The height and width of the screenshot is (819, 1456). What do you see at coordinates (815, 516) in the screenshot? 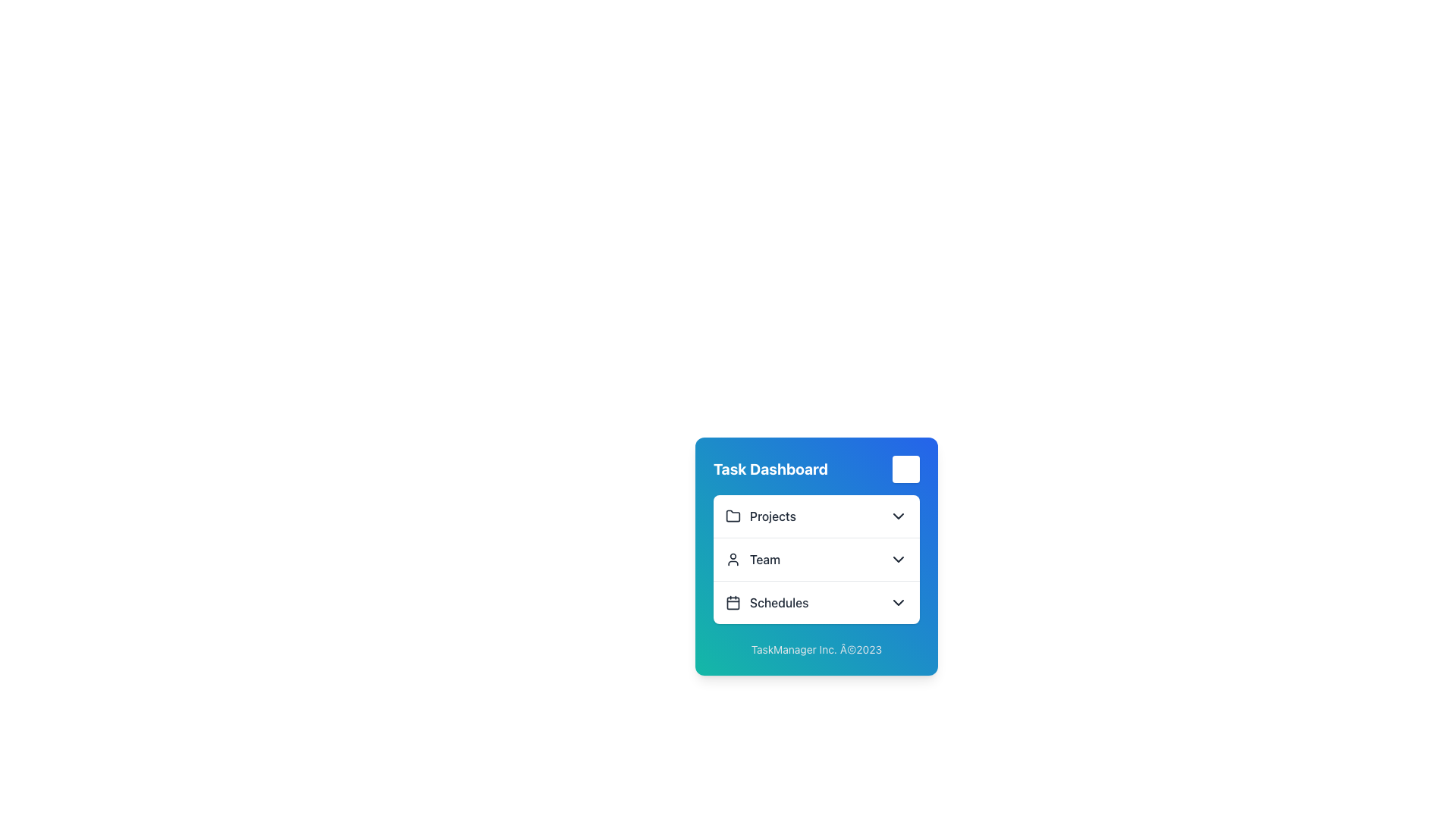
I see `the dropdown arrow of the first list item in the 'Task Dashboard'` at bounding box center [815, 516].